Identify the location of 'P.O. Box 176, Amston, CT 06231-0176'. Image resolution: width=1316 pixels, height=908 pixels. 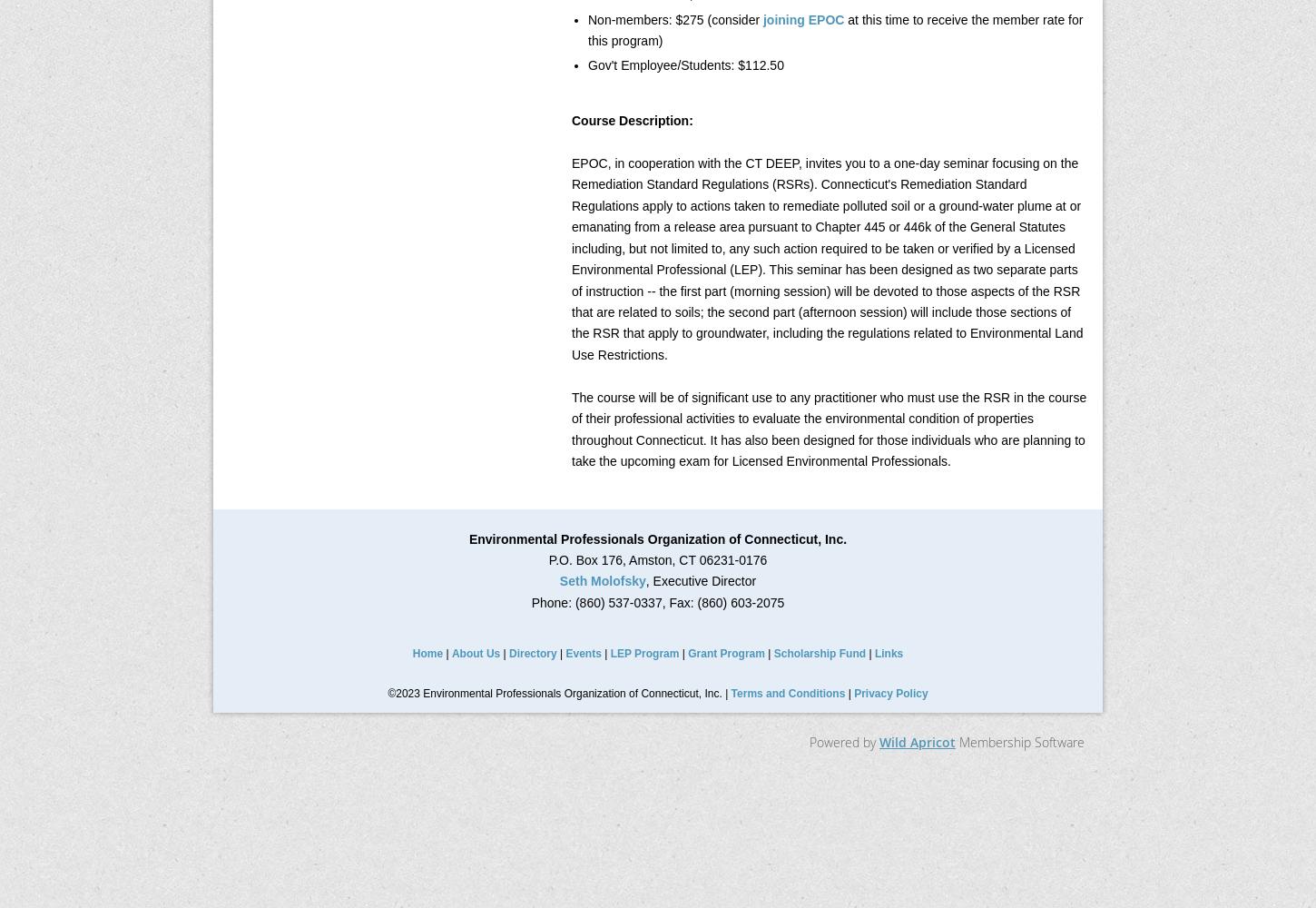
(656, 558).